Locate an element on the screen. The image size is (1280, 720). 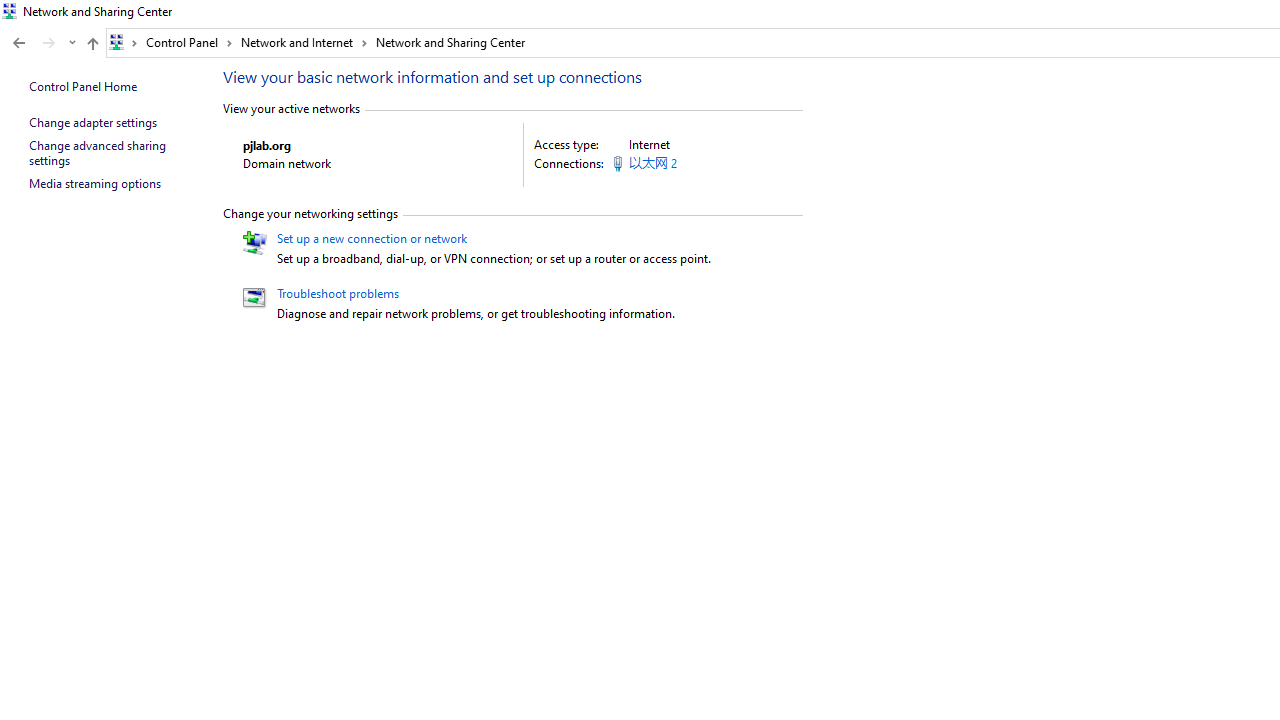
'Control Panel Home' is located at coordinates (82, 85).